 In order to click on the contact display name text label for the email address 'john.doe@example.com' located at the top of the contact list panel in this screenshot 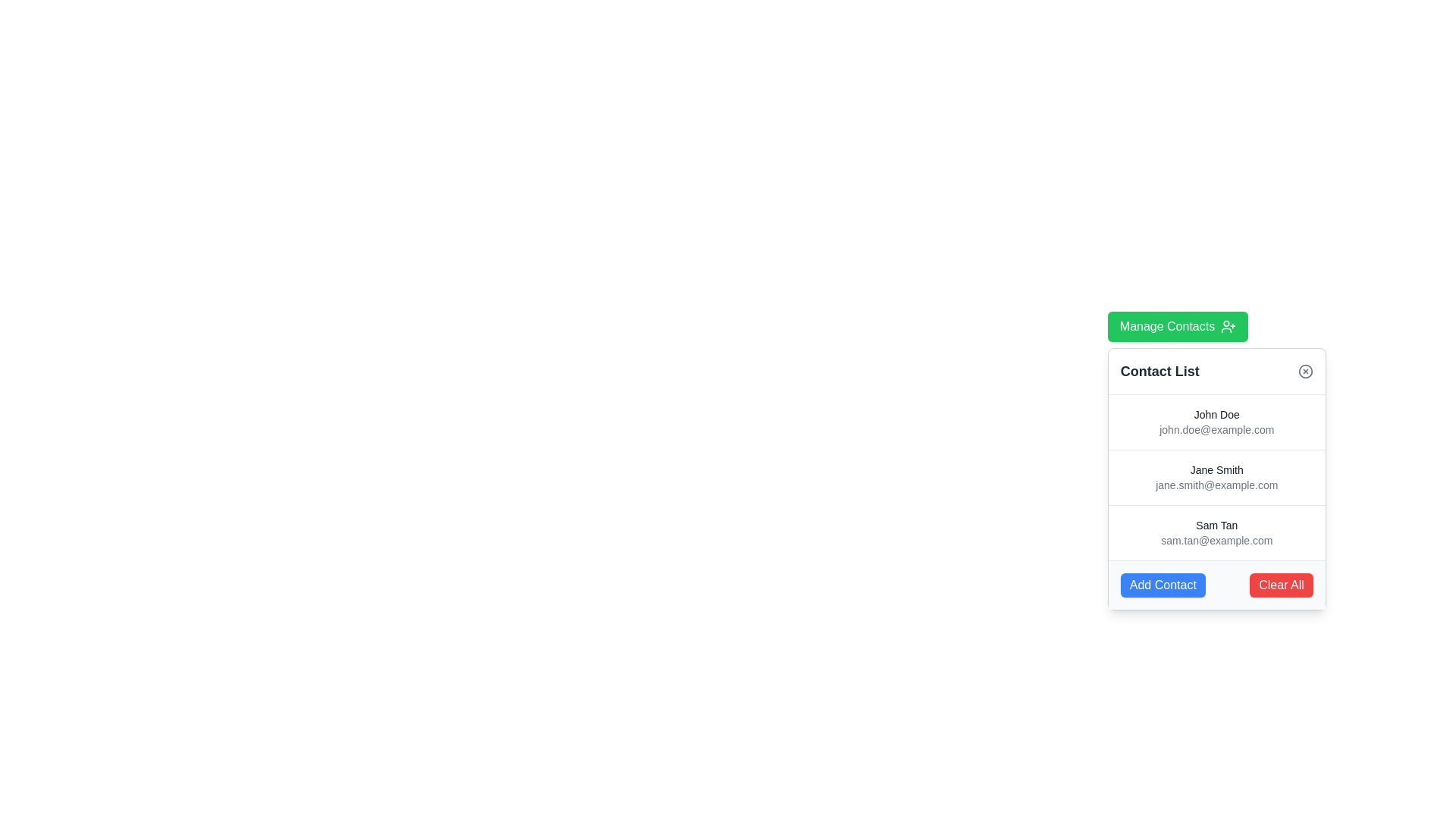, I will do `click(1216, 415)`.